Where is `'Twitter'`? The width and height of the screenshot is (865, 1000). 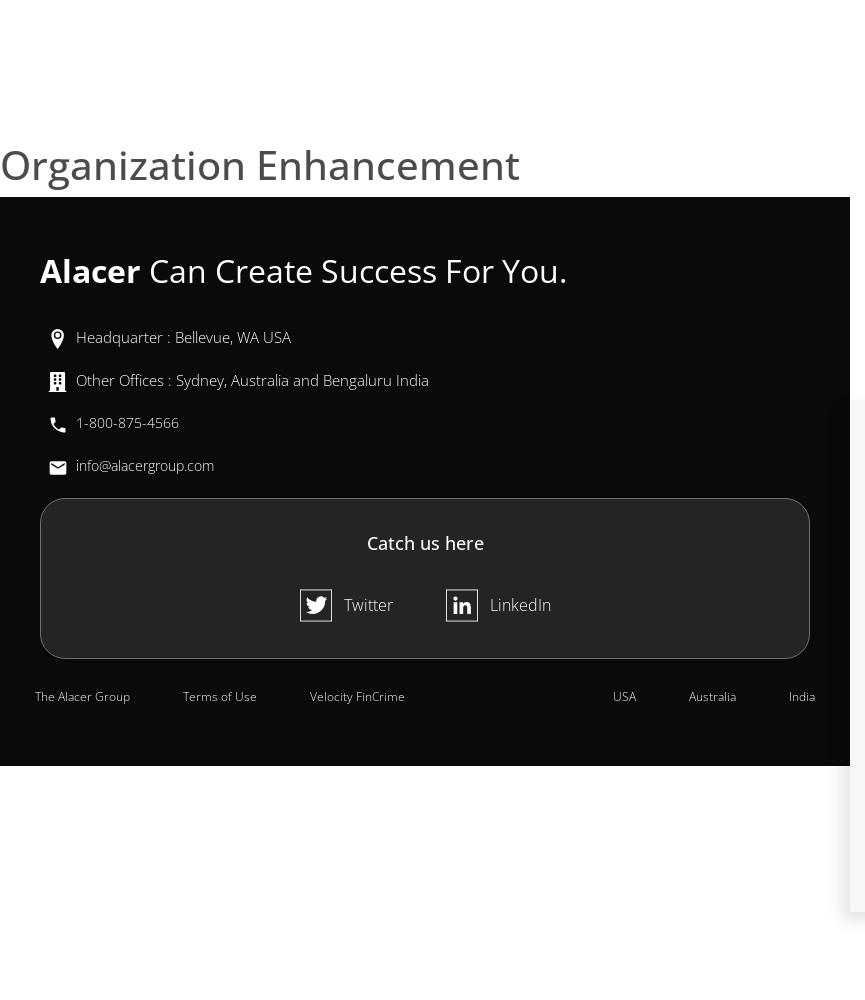
'Twitter' is located at coordinates (367, 604).